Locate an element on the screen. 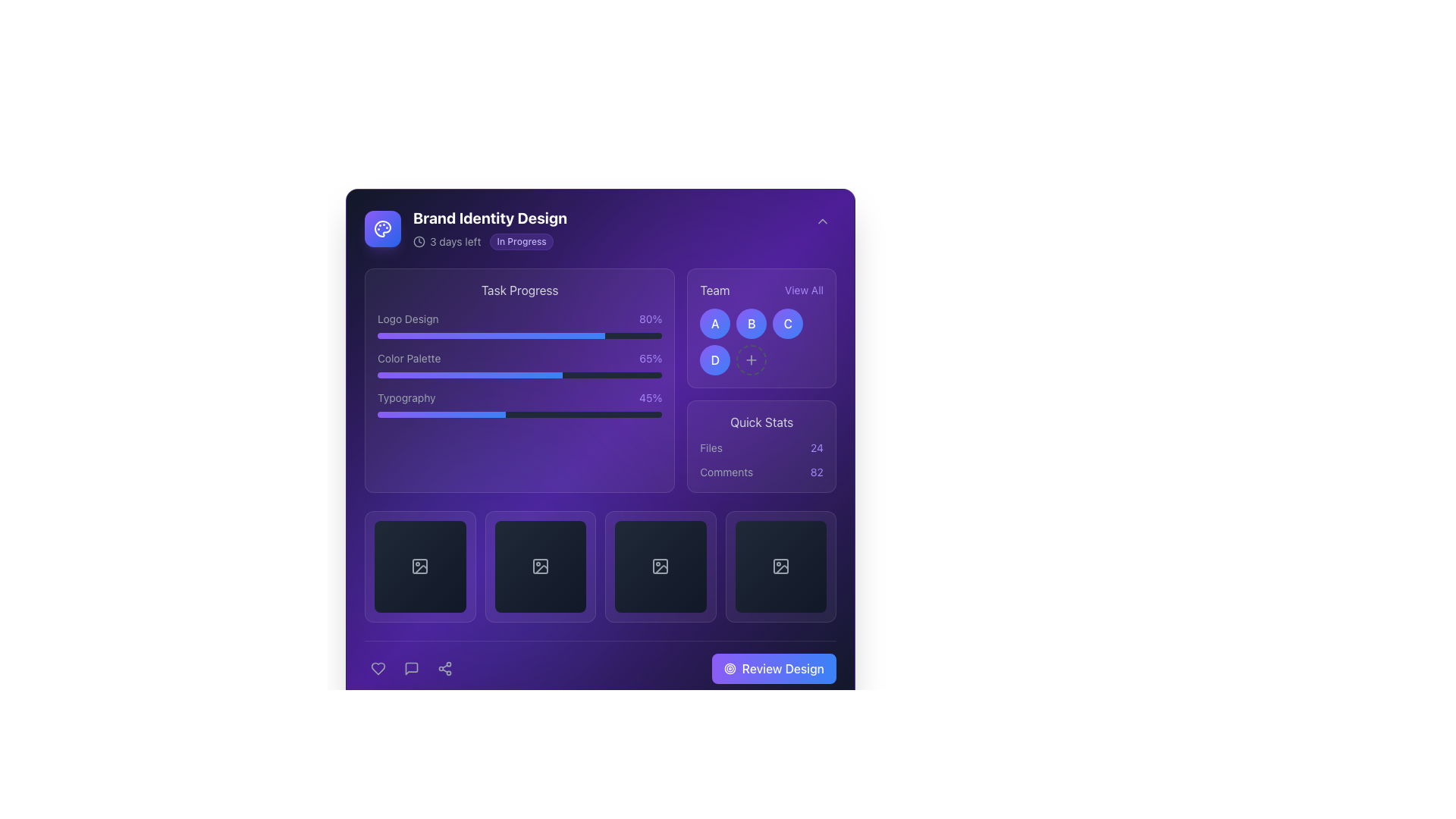  the Interactive button with a dashed border and plus sign for keyboard interaction, located in the bottom-right corner of the 'Team' section is located at coordinates (761, 342).